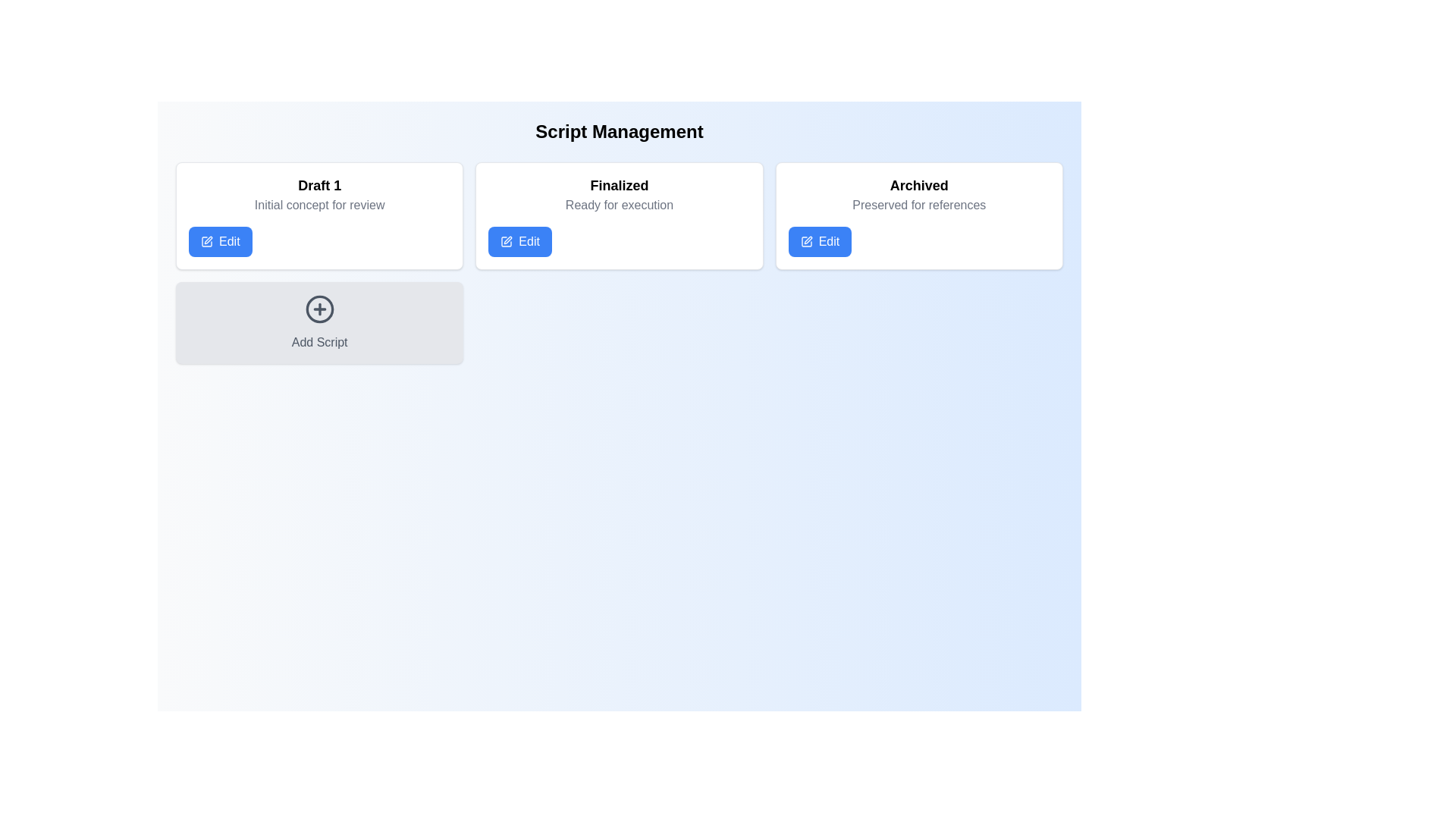 The height and width of the screenshot is (819, 1456). What do you see at coordinates (318, 205) in the screenshot?
I see `the text label element that reads 'Initial concept for review', which is styled in gray and positioned directly below 'Draft 1' within the card-like structure` at bounding box center [318, 205].